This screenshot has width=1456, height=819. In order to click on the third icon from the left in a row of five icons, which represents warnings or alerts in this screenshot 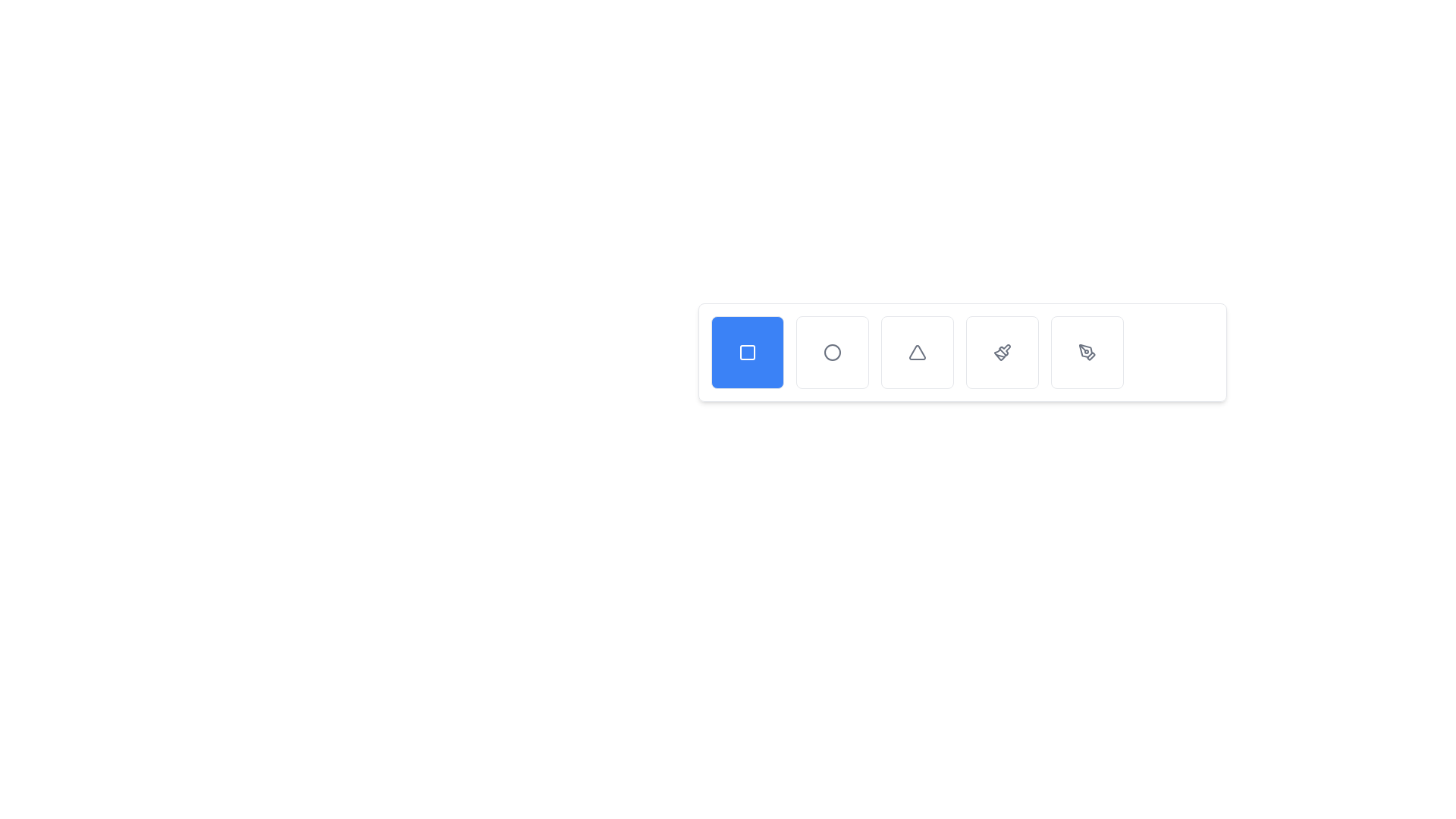, I will do `click(916, 353)`.